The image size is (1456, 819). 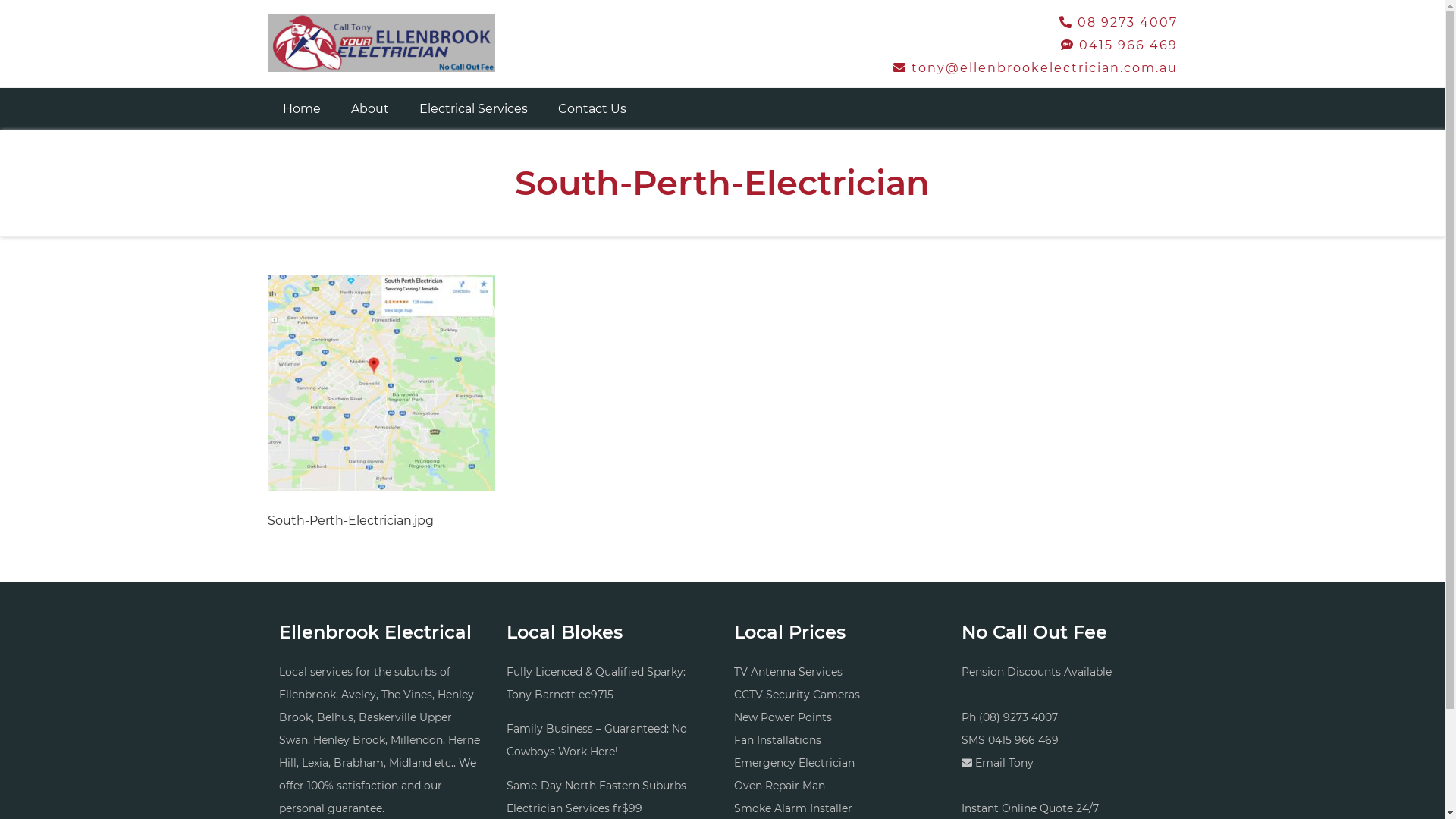 I want to click on 'Home', so click(x=301, y=108).